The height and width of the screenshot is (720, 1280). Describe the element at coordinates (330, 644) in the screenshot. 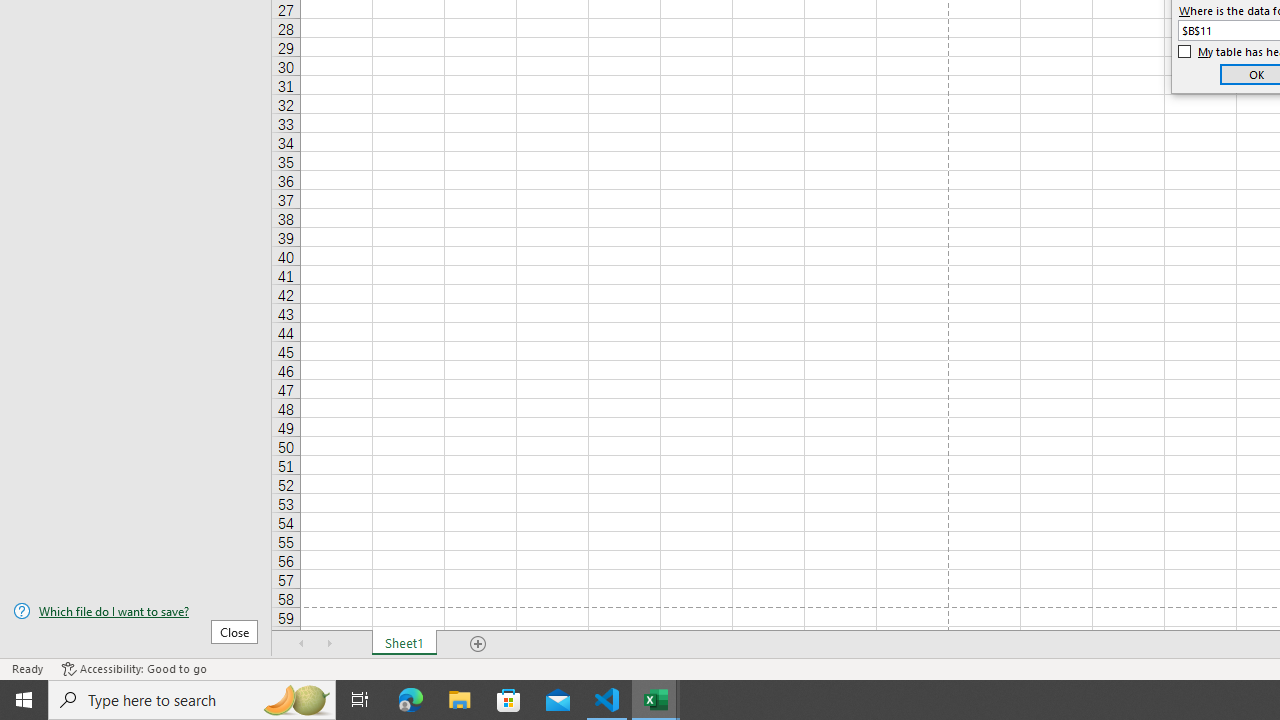

I see `'Scroll Right'` at that location.